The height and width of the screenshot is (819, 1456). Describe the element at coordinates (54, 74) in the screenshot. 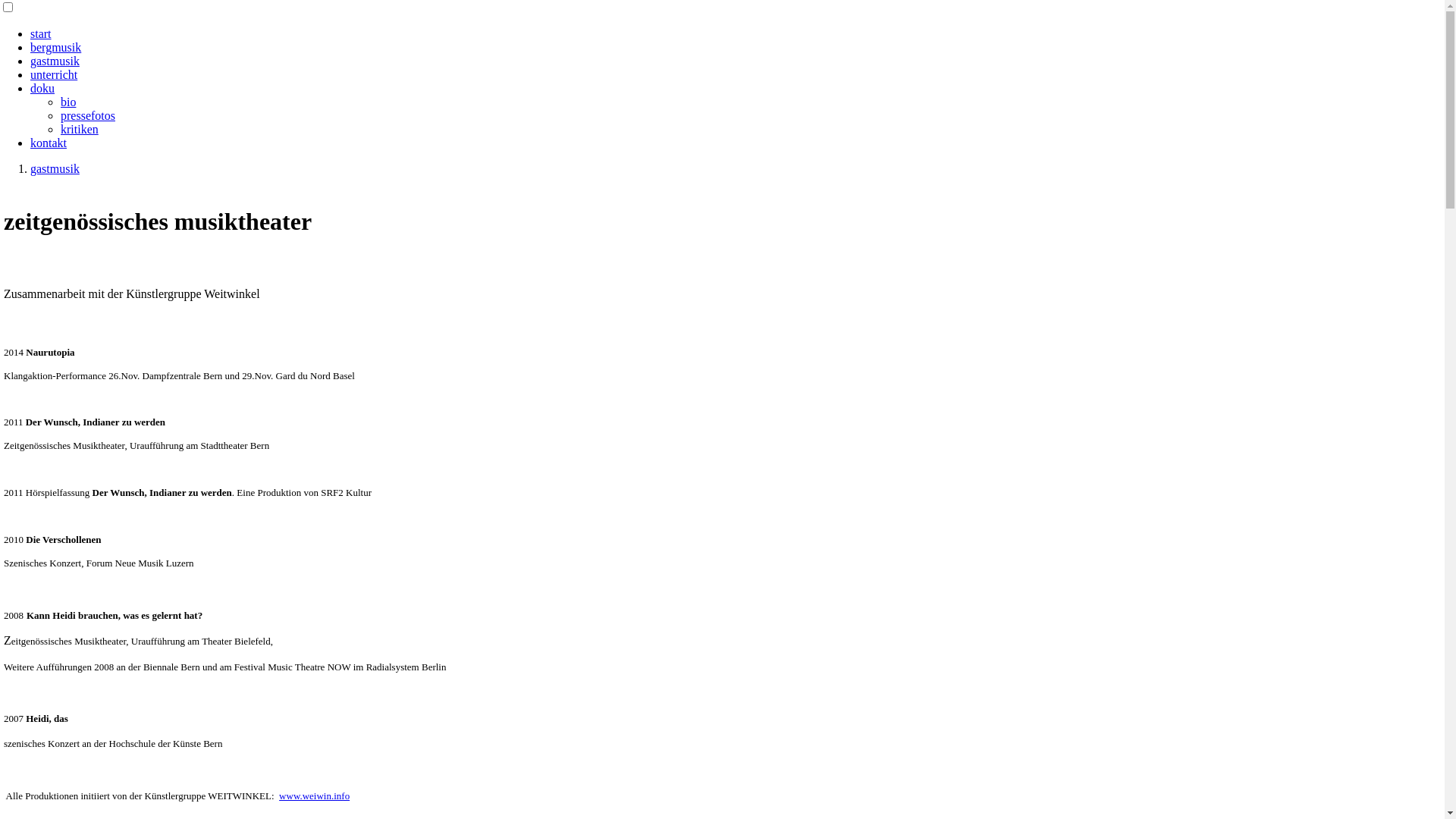

I see `'unterricht'` at that location.